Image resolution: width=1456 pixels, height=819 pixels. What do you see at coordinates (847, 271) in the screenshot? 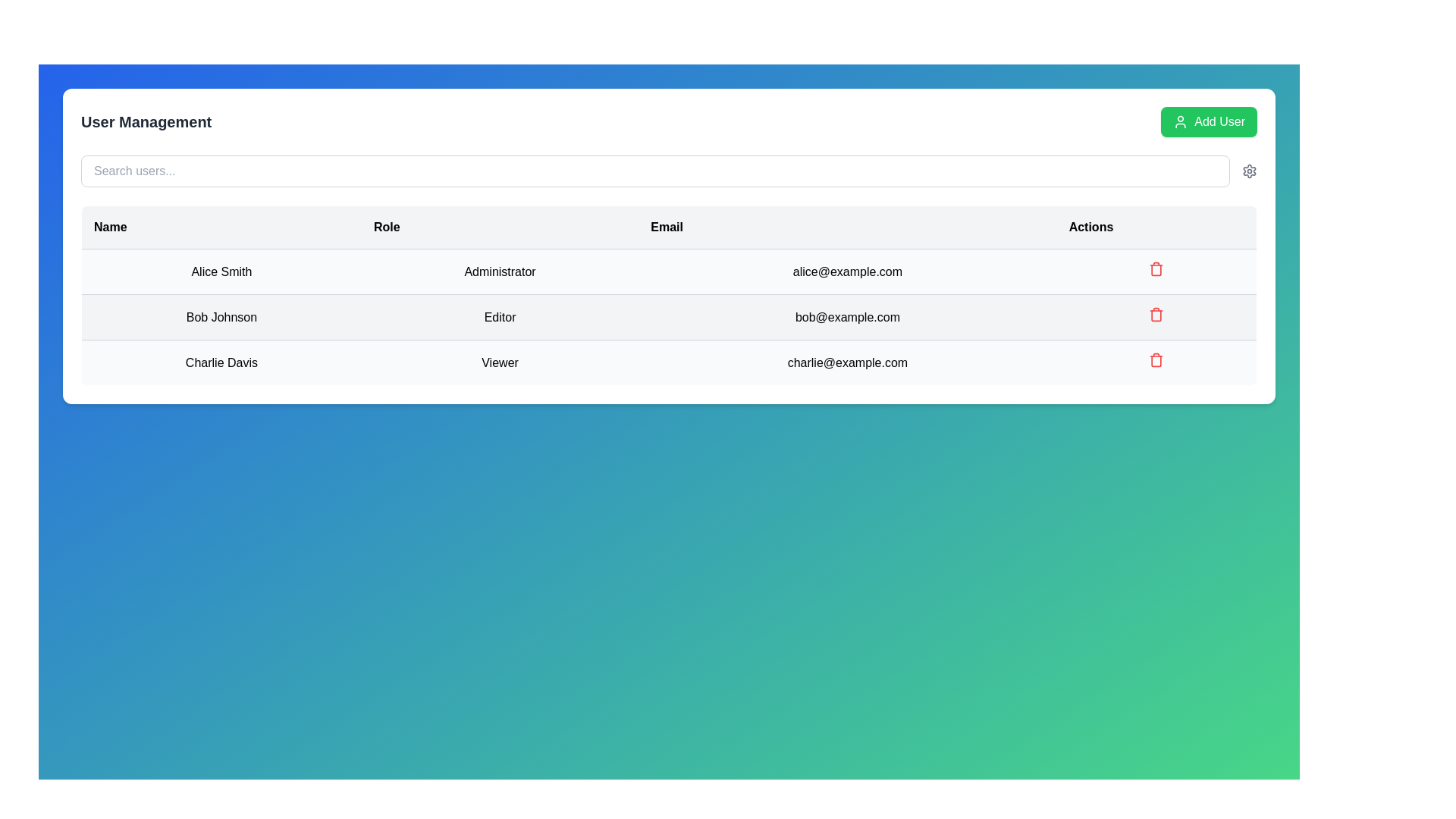
I see `the Text label displaying the contact email address for user 'Alice Smith', located in the third column of the user data table under the 'Email' header` at bounding box center [847, 271].